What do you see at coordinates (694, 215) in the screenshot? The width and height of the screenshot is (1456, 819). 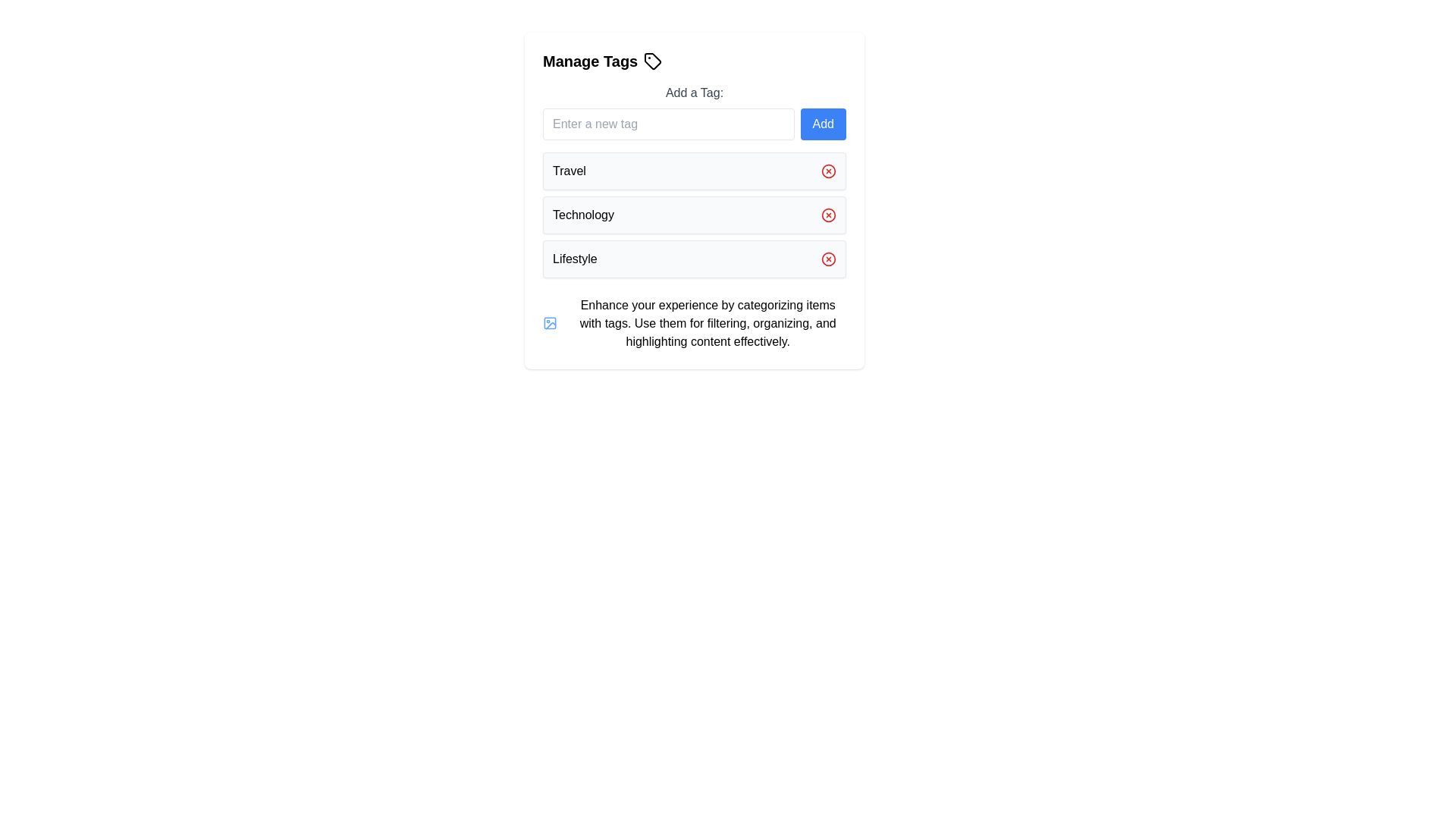 I see `the List item labeled 'Technology' with a delete button` at bounding box center [694, 215].